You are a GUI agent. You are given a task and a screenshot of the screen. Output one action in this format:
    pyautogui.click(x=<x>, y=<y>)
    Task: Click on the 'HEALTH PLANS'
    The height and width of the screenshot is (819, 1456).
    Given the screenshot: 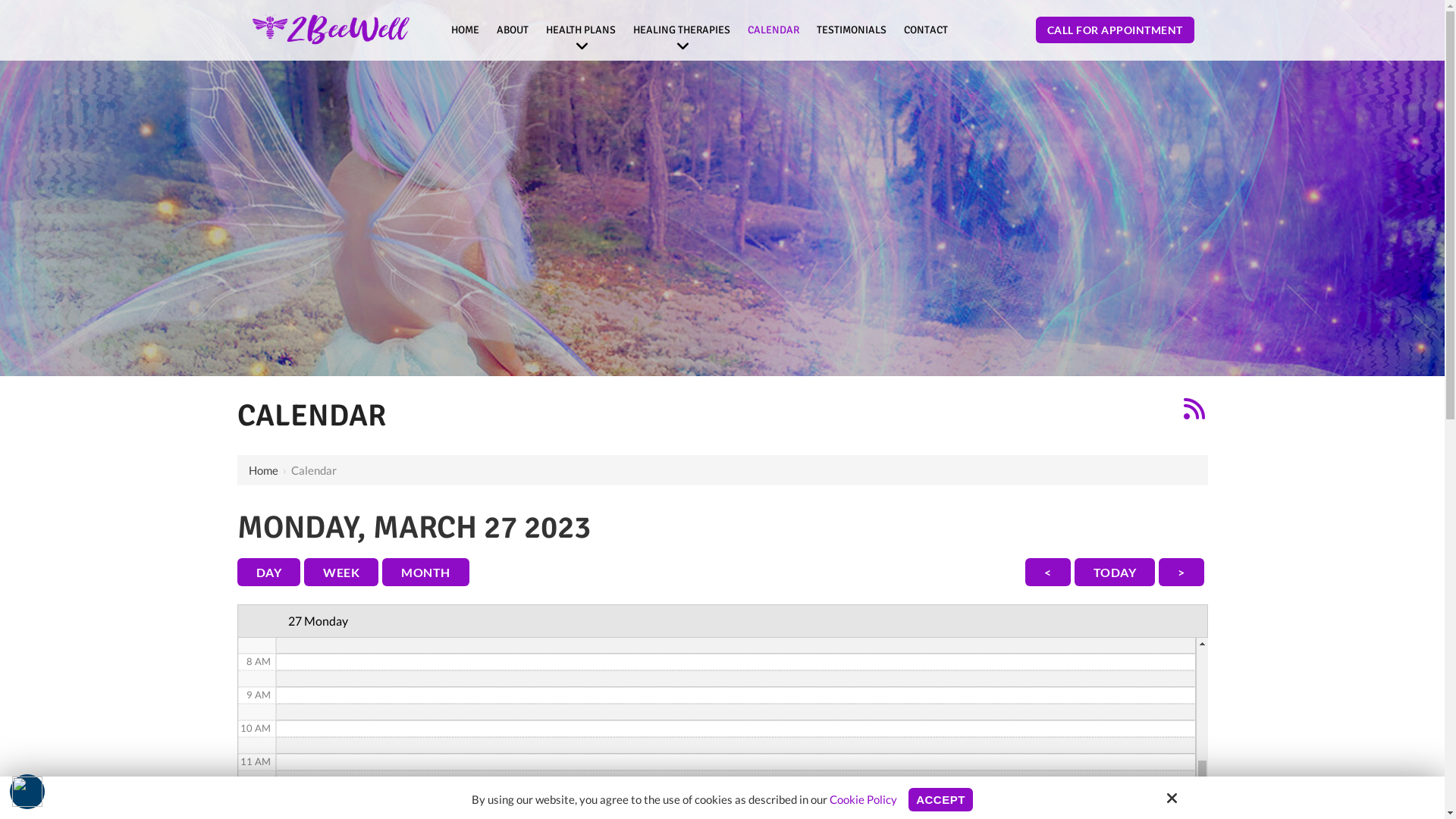 What is the action you would take?
    pyautogui.click(x=580, y=30)
    